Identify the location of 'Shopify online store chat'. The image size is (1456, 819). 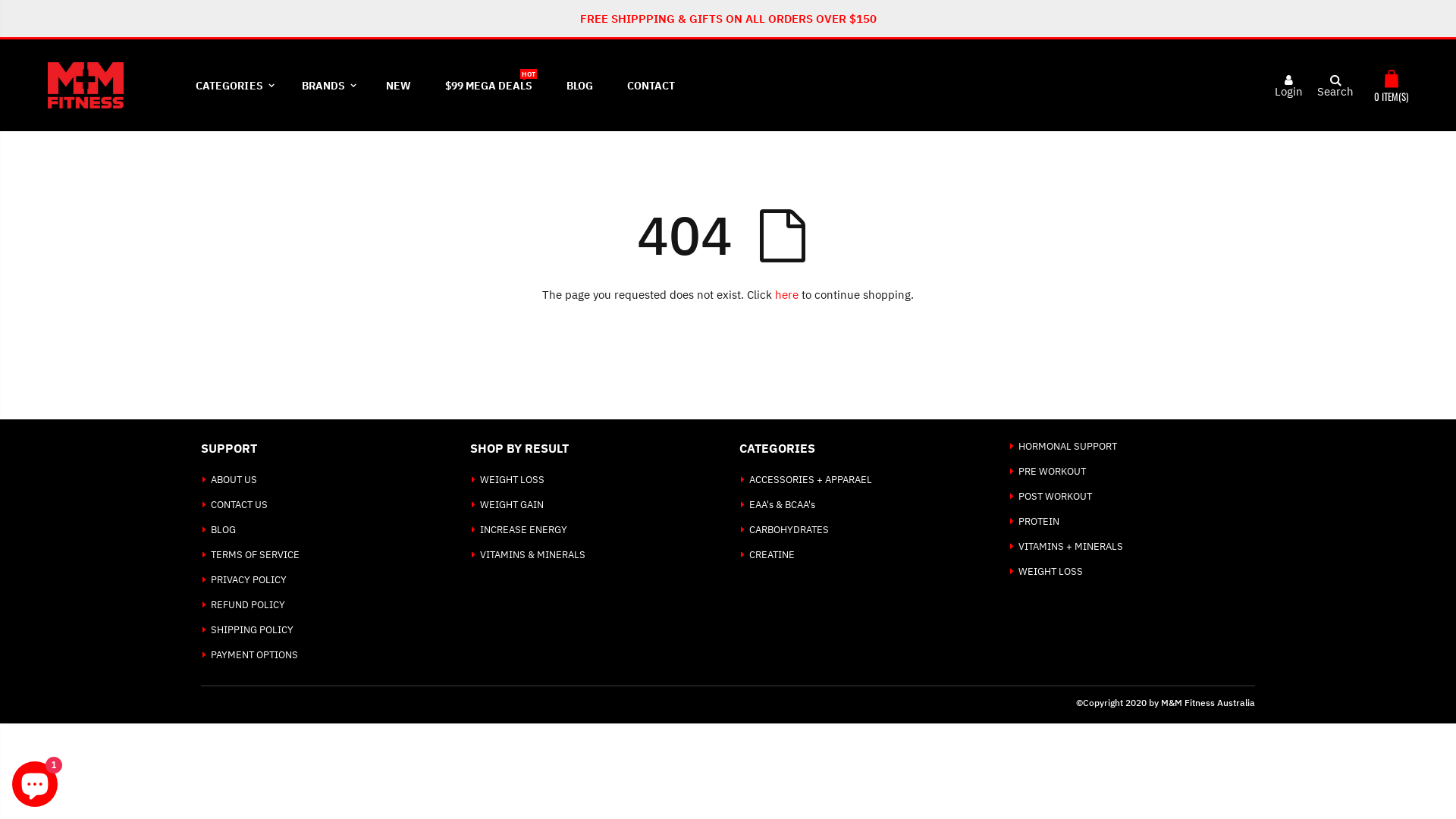
(35, 780).